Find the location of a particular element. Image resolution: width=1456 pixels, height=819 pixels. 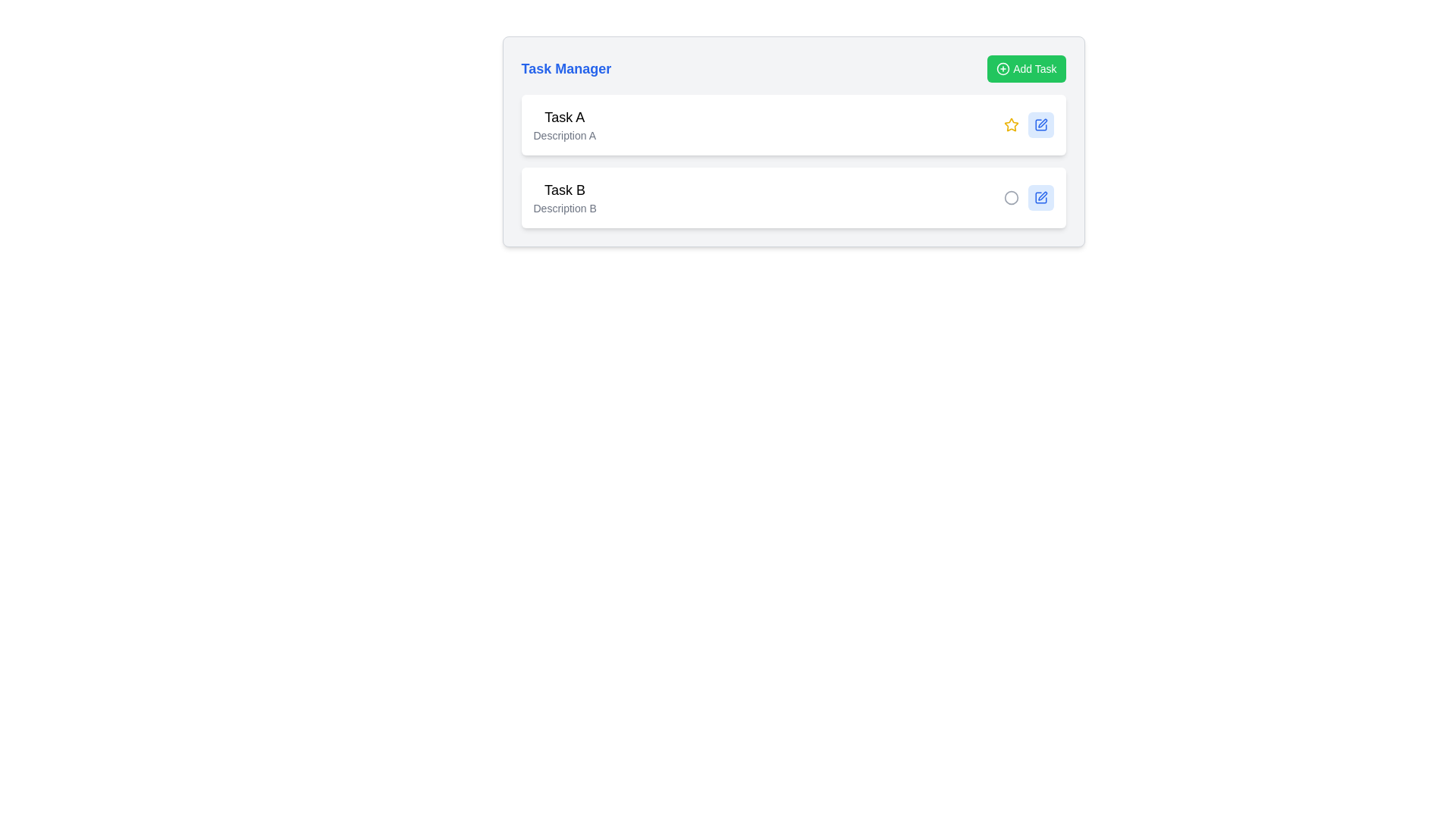

the icon button located on the right side of the 'Task A' entry in the task list is located at coordinates (1011, 124).